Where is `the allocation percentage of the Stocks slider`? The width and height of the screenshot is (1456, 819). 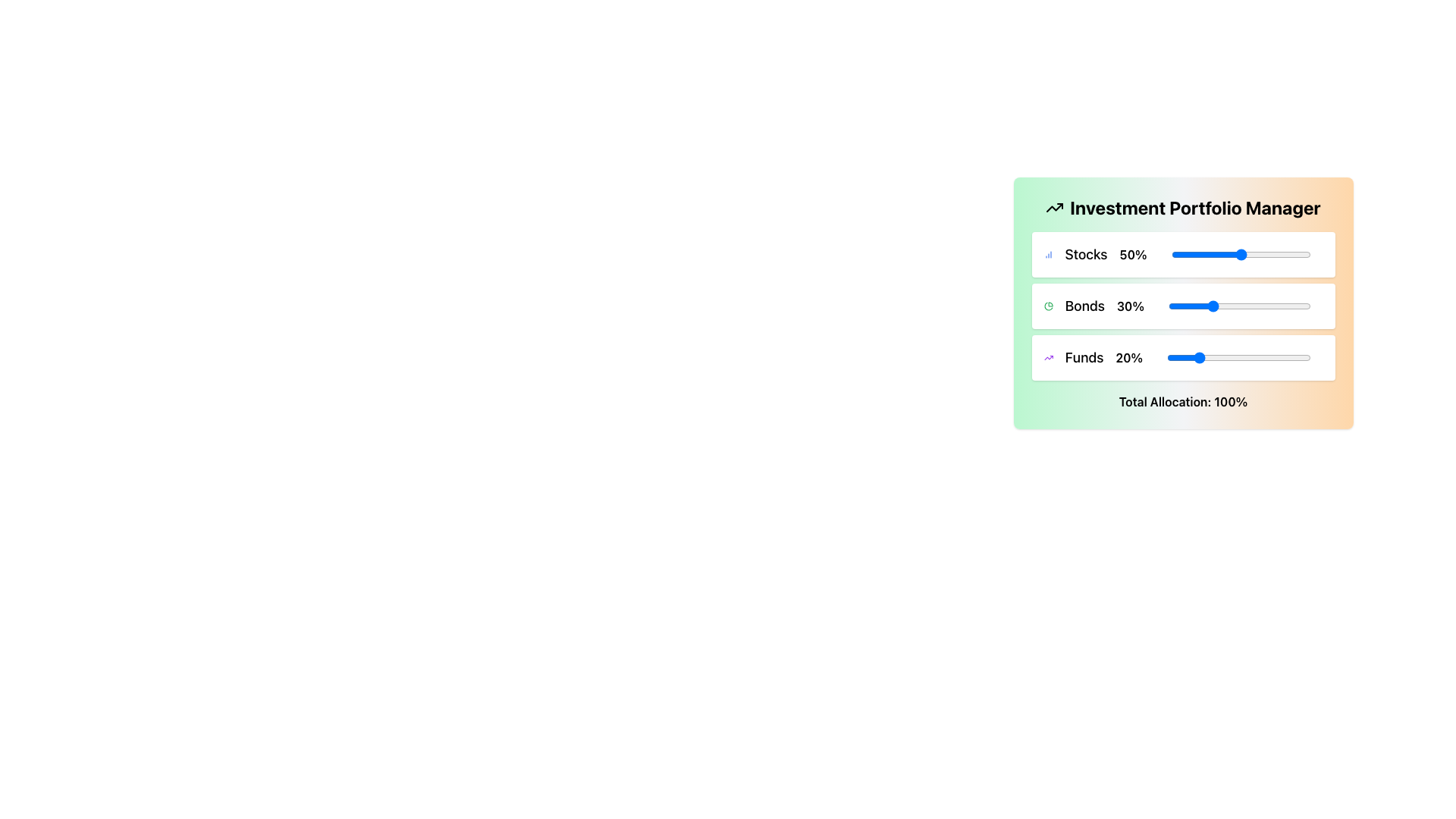
the allocation percentage of the Stocks slider is located at coordinates (1263, 253).